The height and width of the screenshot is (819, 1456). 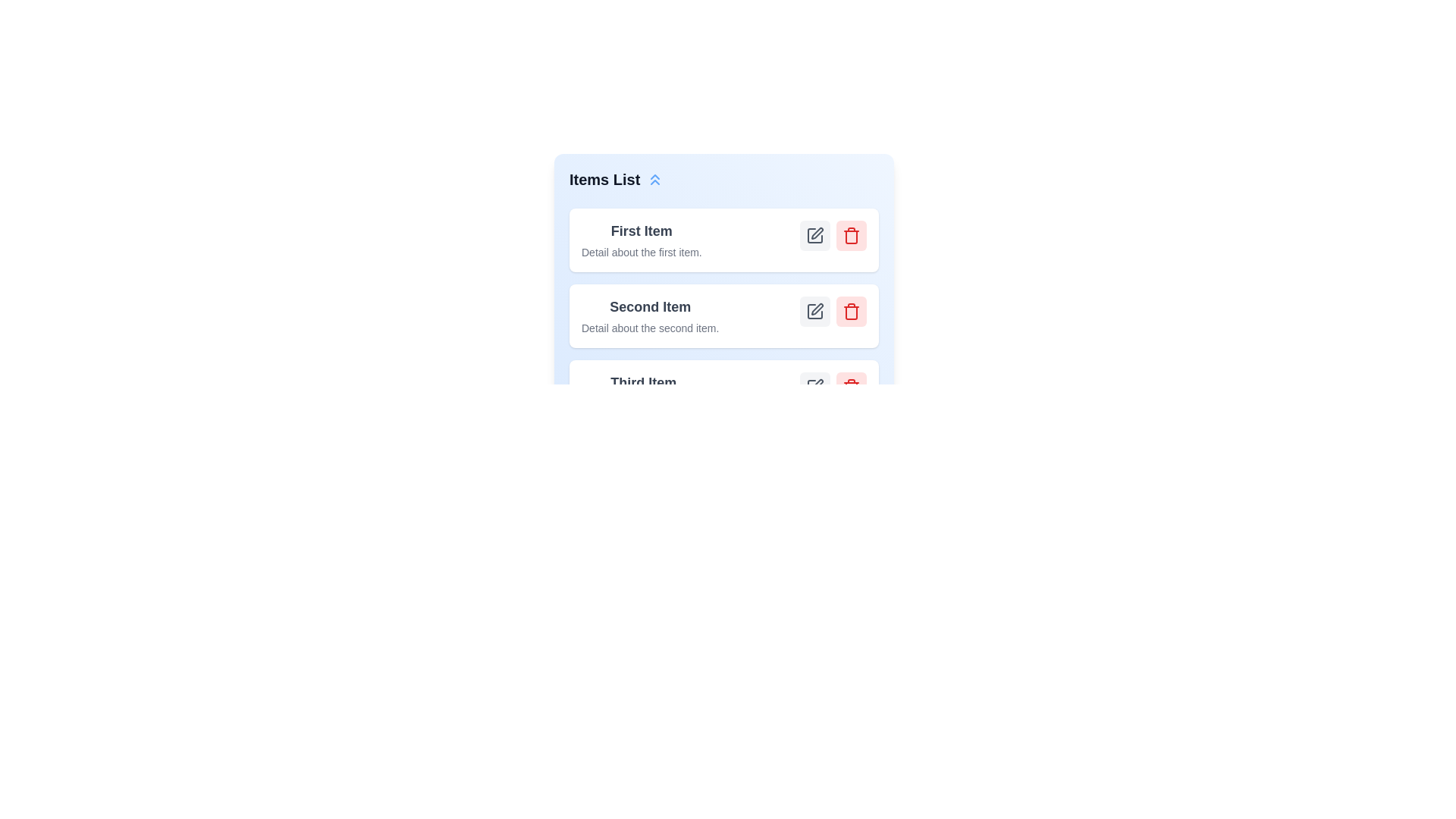 I want to click on the decorative icon in the heading to observe its details, so click(x=655, y=178).